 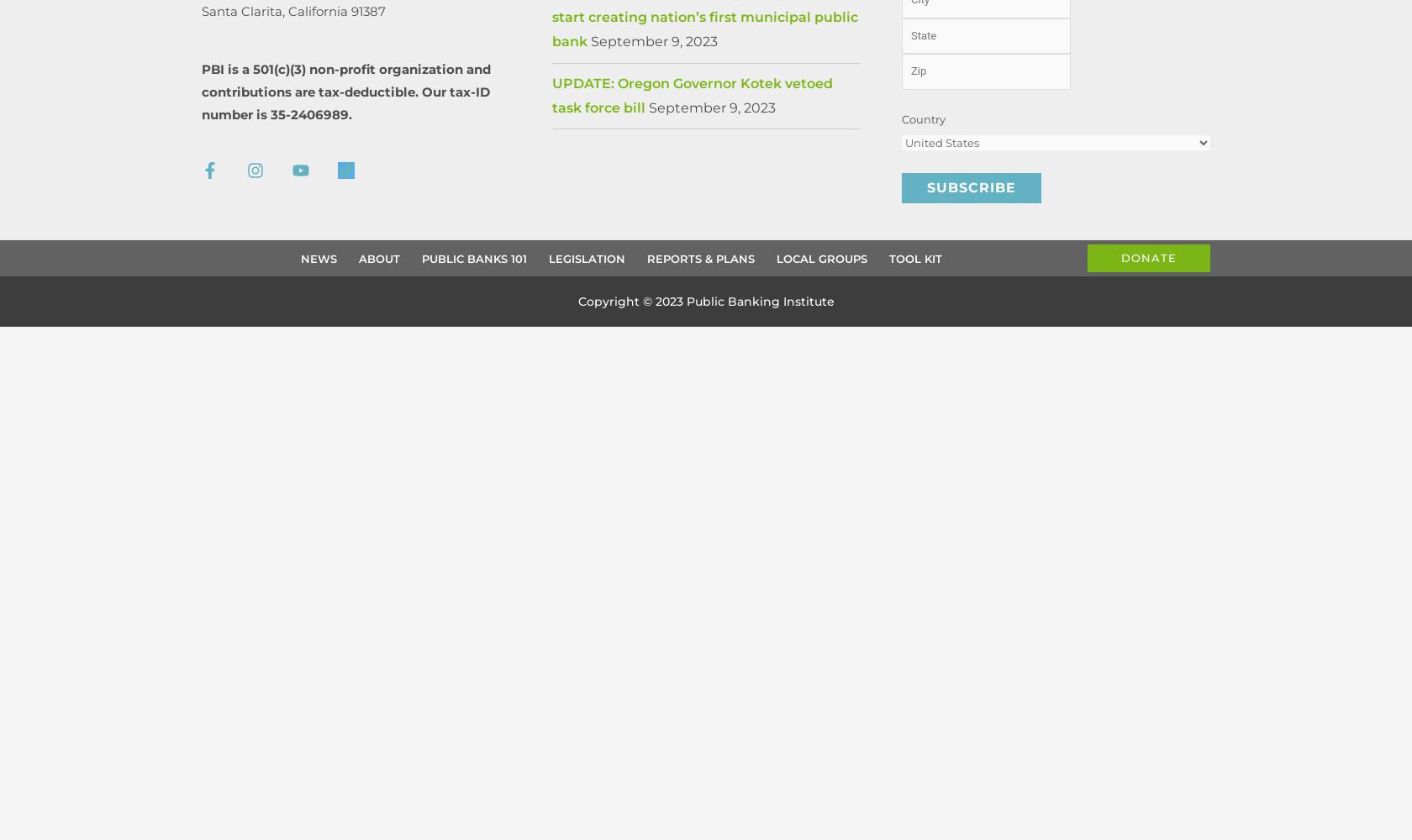 What do you see at coordinates (924, 119) in the screenshot?
I see `'Country'` at bounding box center [924, 119].